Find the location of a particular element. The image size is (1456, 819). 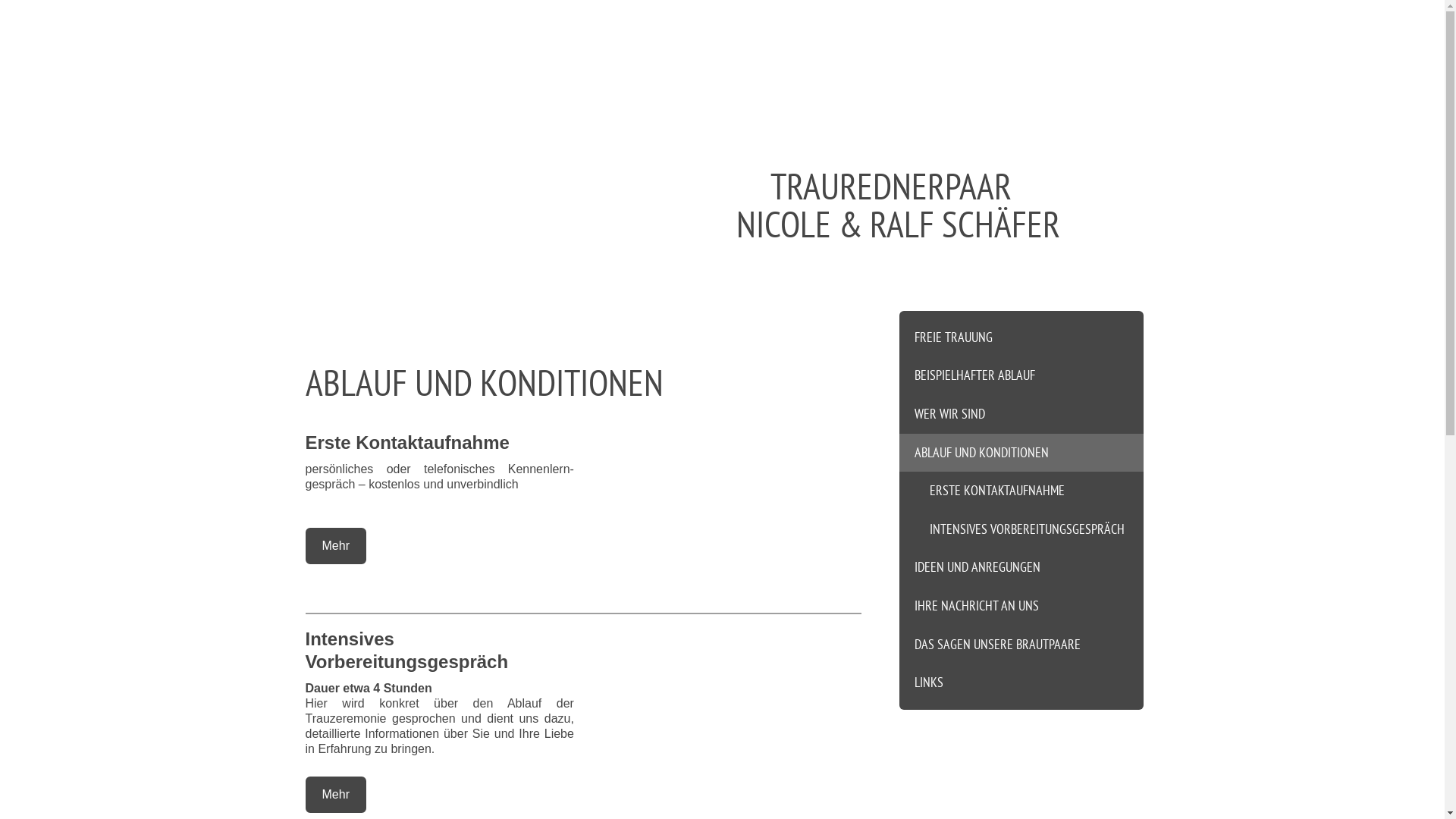

'ERSTE KONTAKTAUFNAHME' is located at coordinates (1021, 491).